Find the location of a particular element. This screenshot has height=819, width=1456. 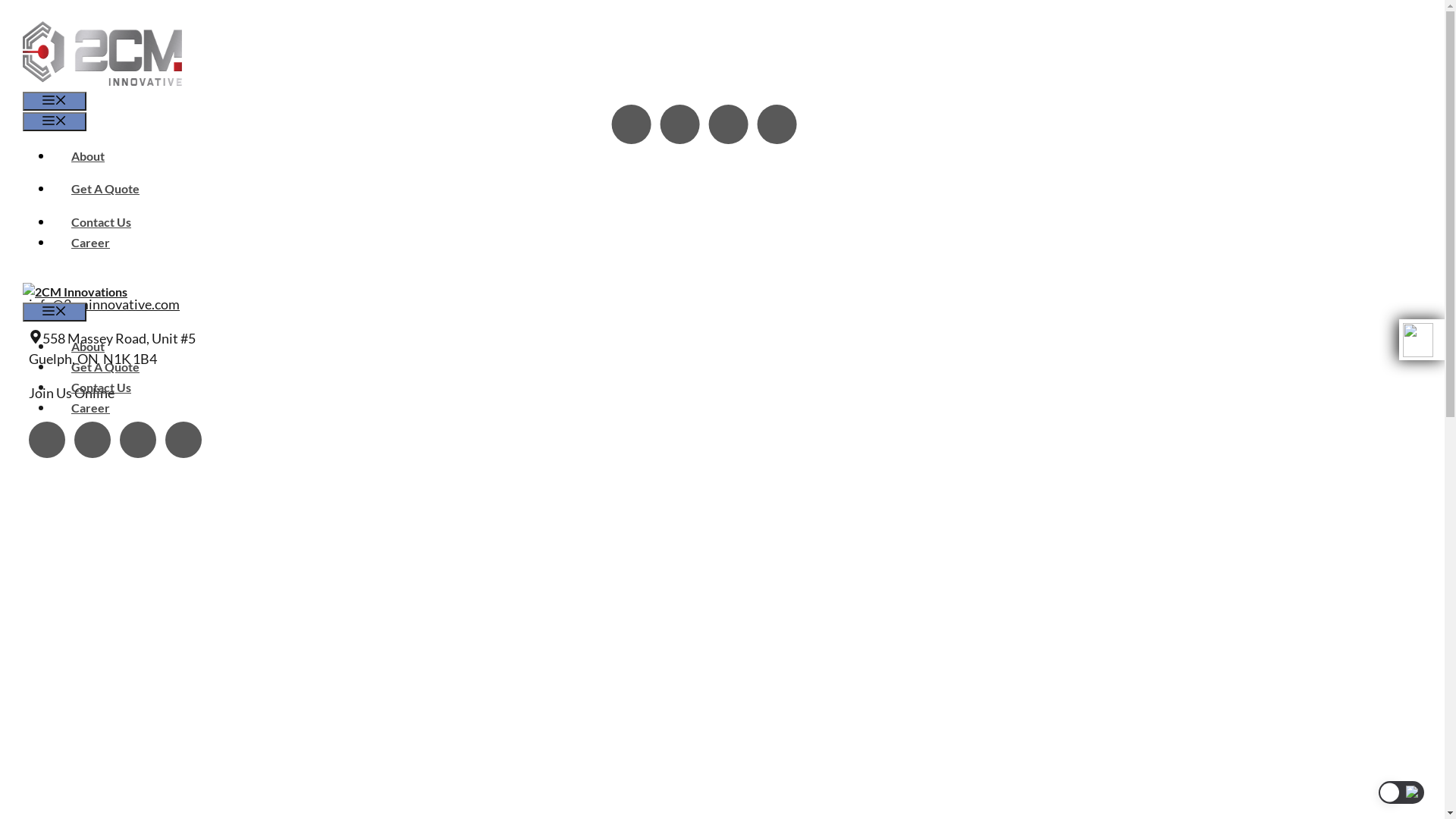

'YouTube' is located at coordinates (728, 124).